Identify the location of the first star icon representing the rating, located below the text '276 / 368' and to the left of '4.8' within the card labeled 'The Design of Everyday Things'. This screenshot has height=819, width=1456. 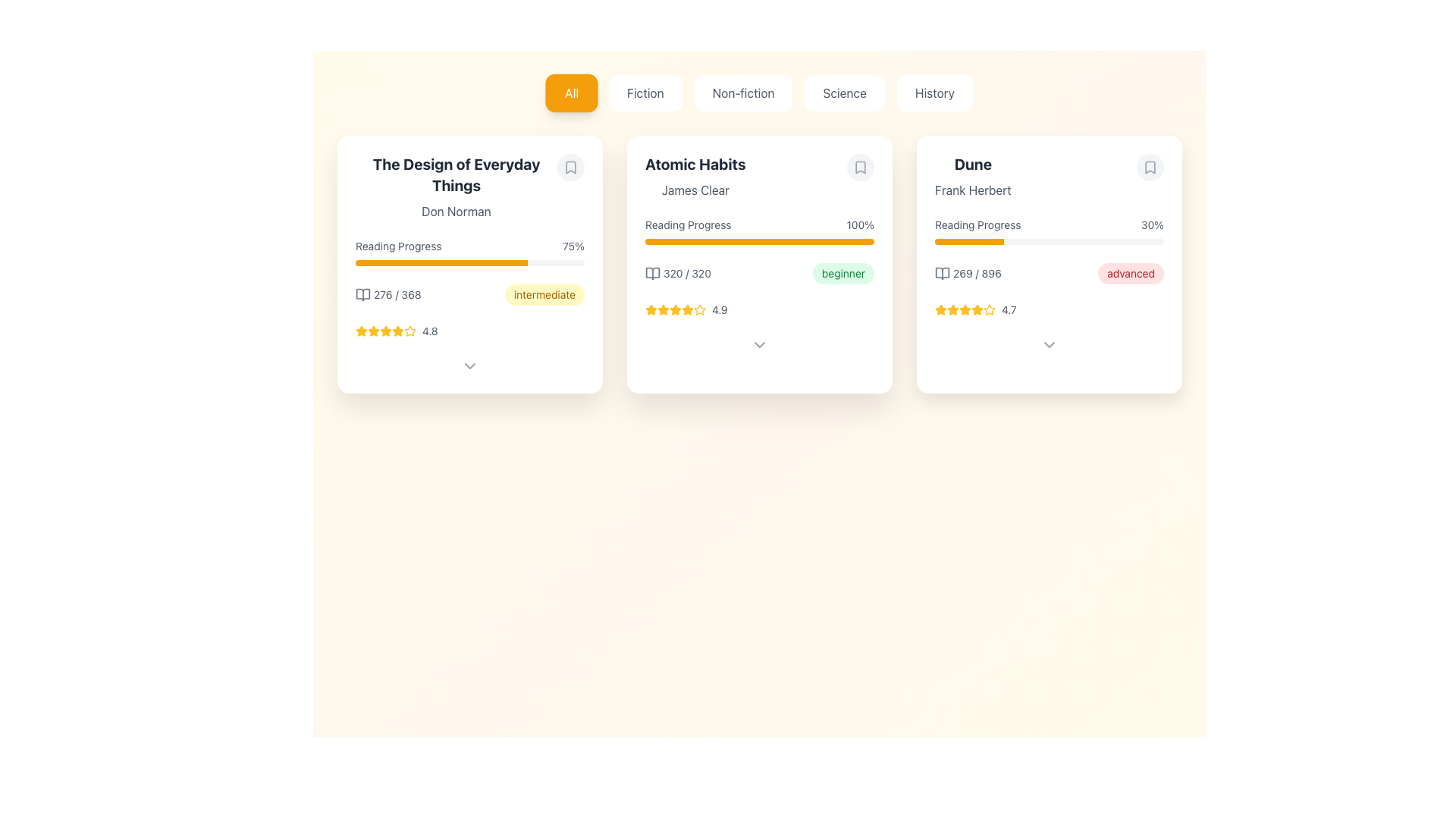
(360, 330).